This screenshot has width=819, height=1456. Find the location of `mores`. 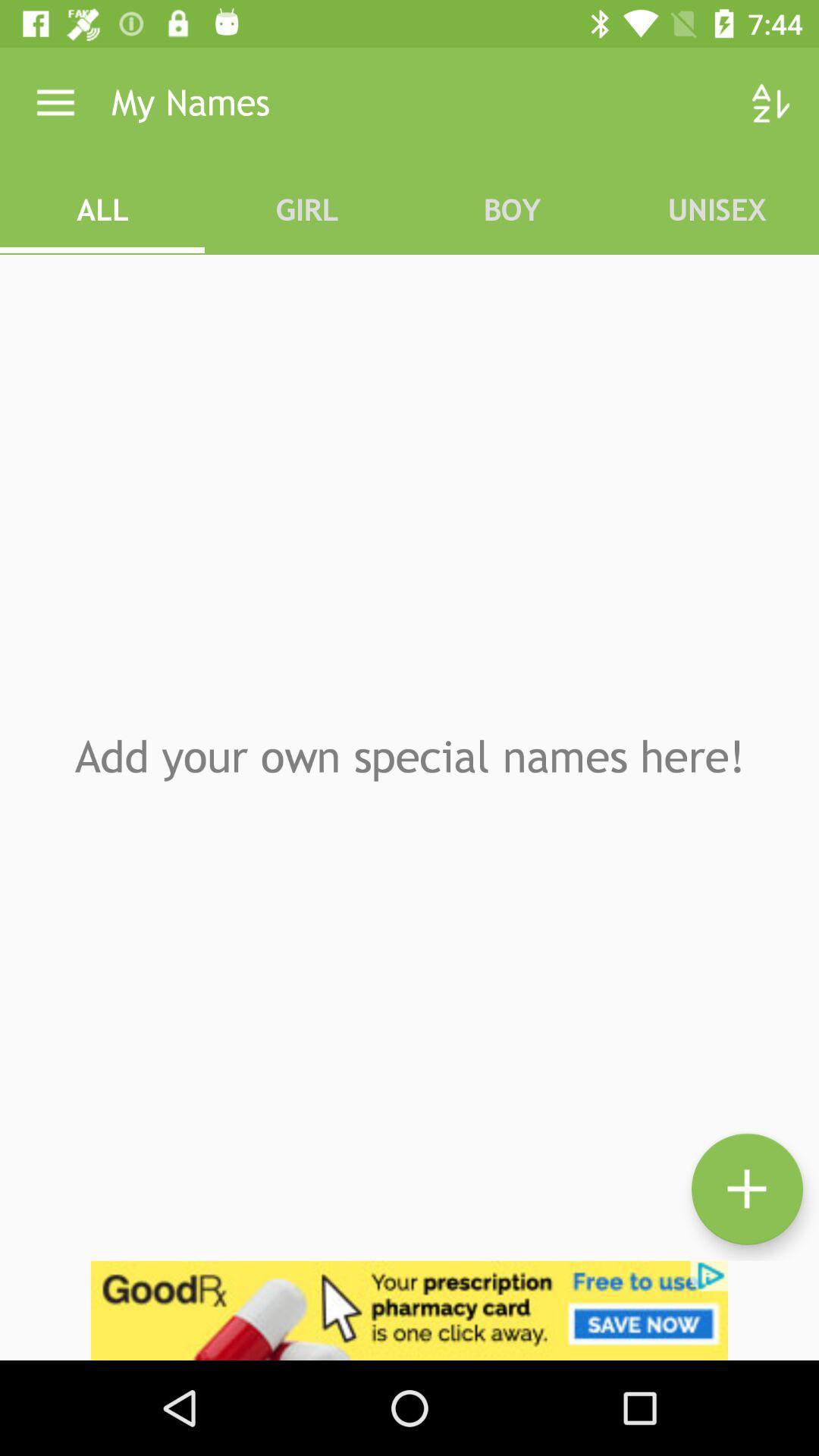

mores is located at coordinates (746, 1188).